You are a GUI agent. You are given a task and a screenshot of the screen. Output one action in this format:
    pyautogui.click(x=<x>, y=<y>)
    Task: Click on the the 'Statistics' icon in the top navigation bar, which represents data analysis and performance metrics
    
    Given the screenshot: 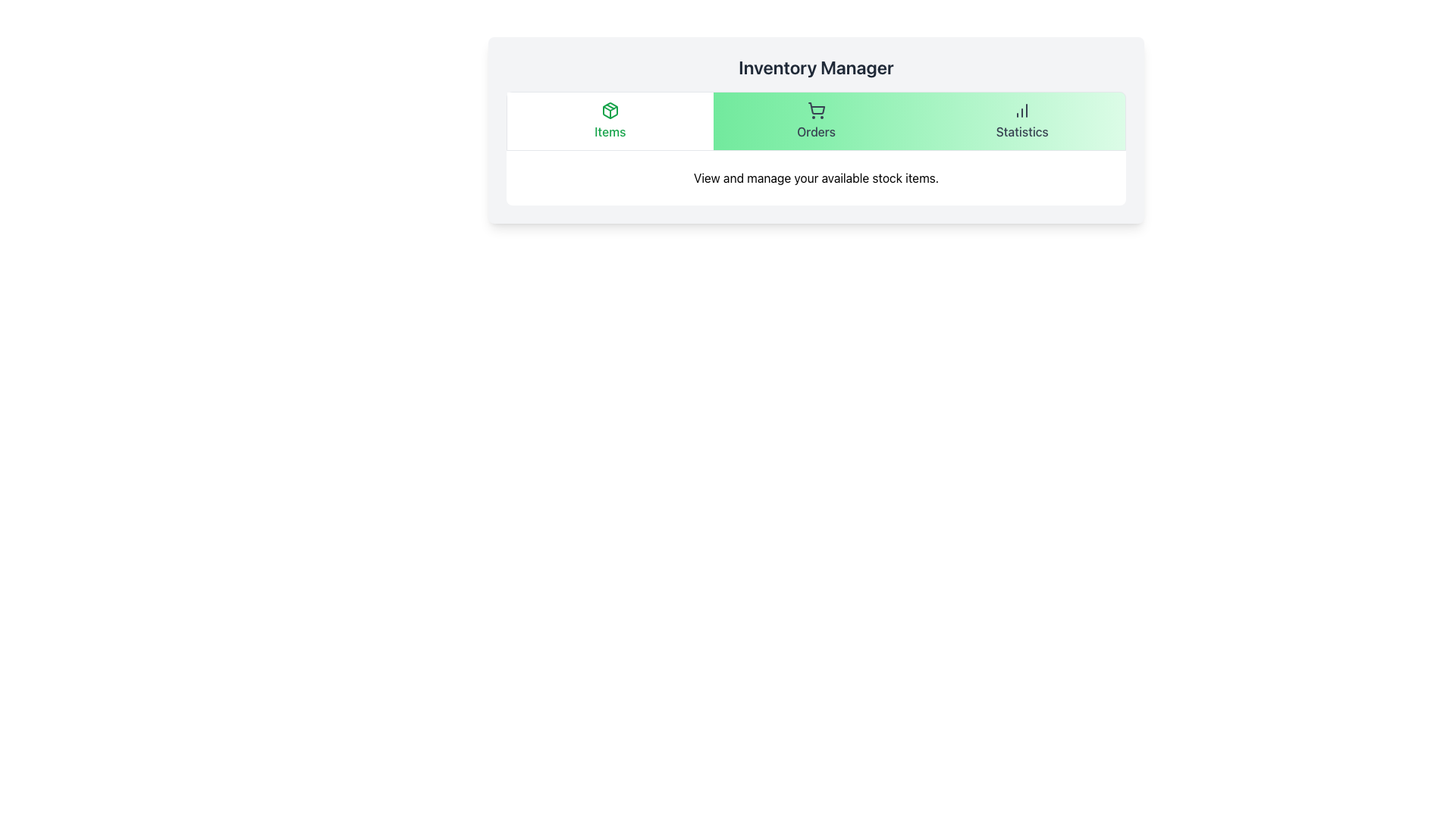 What is the action you would take?
    pyautogui.click(x=1022, y=110)
    